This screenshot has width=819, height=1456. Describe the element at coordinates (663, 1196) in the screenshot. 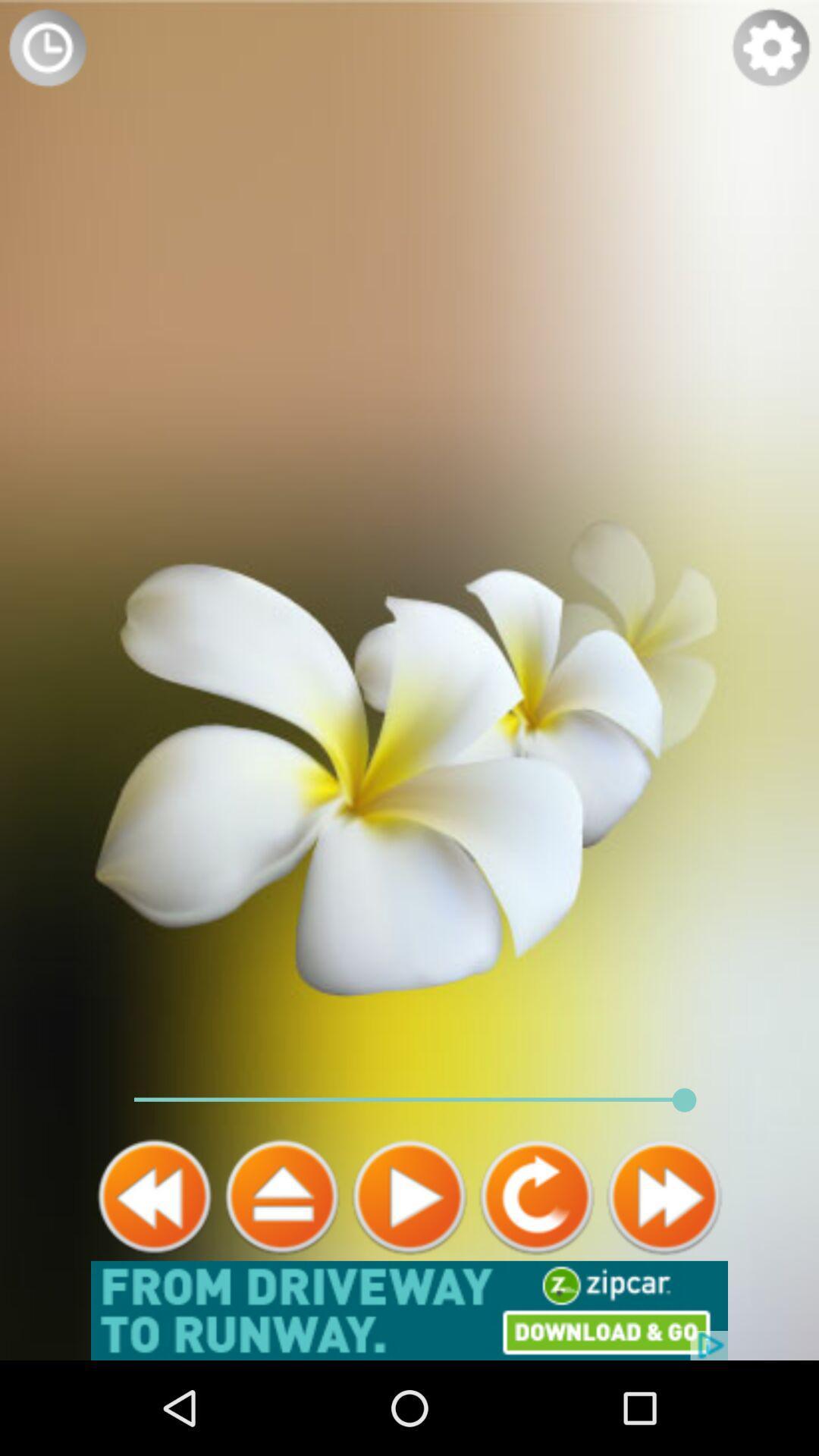

I see `forward button` at that location.